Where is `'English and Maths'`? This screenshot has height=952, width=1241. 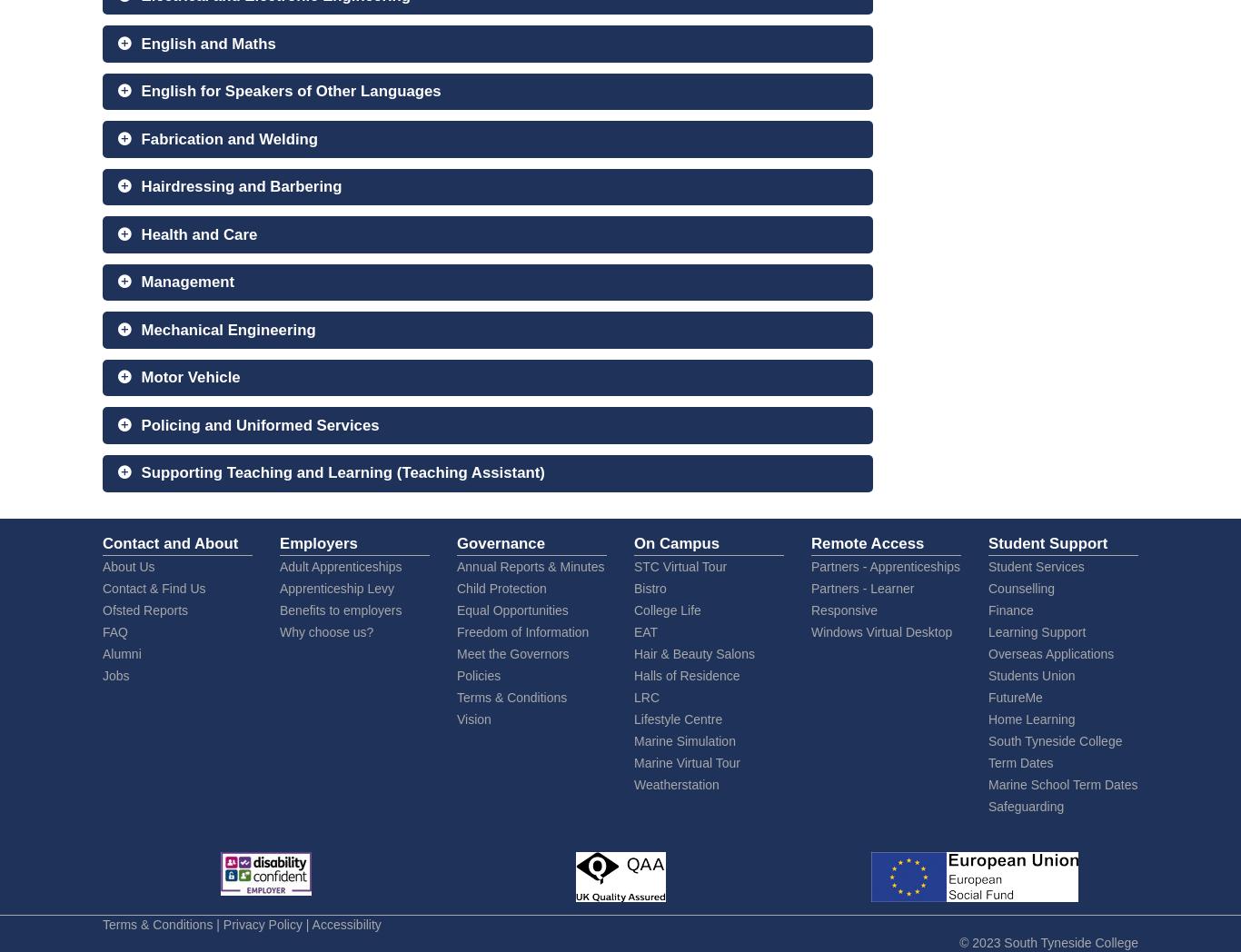
'English and Maths' is located at coordinates (140, 43).